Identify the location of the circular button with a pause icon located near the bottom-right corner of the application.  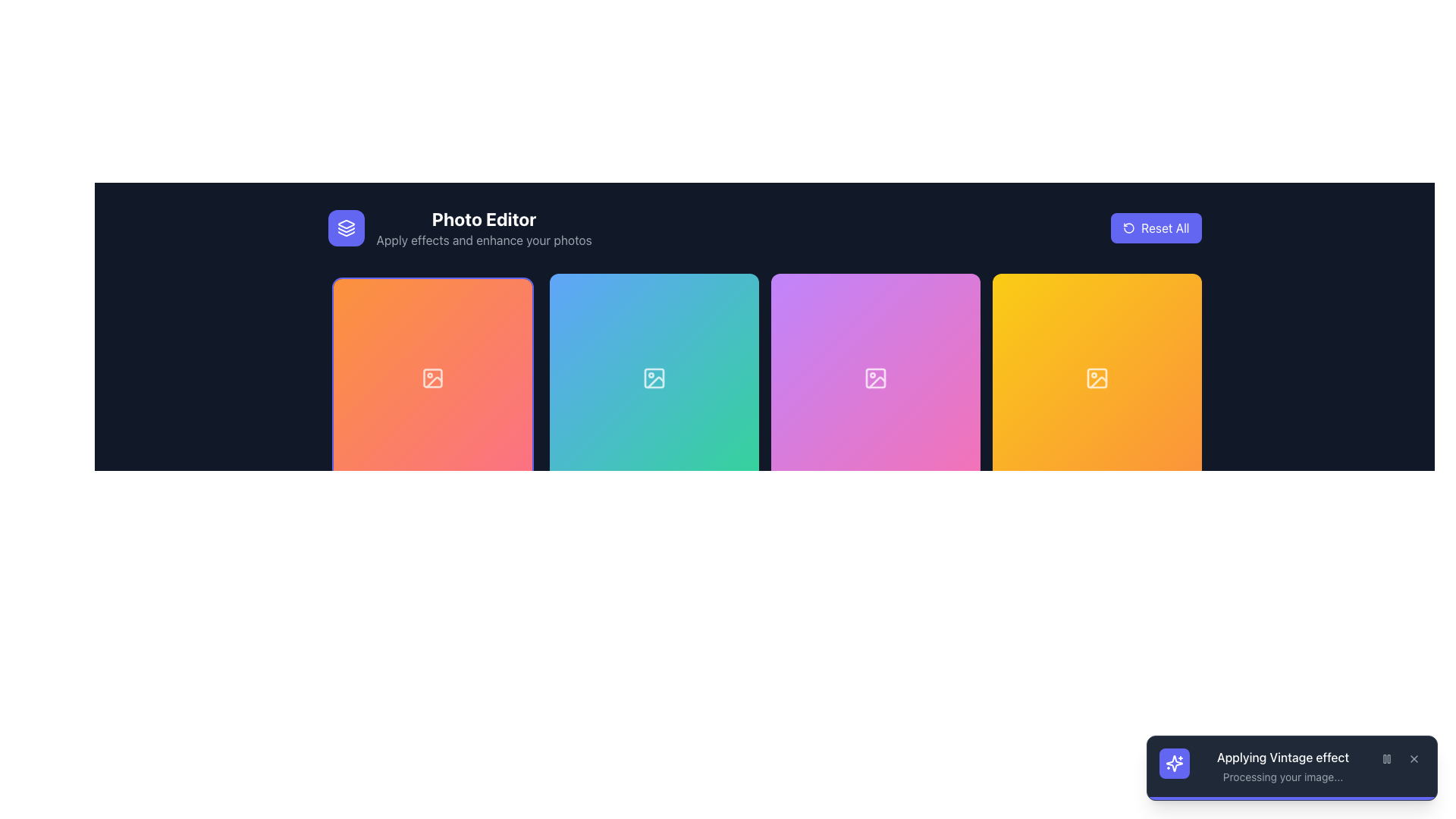
(1386, 759).